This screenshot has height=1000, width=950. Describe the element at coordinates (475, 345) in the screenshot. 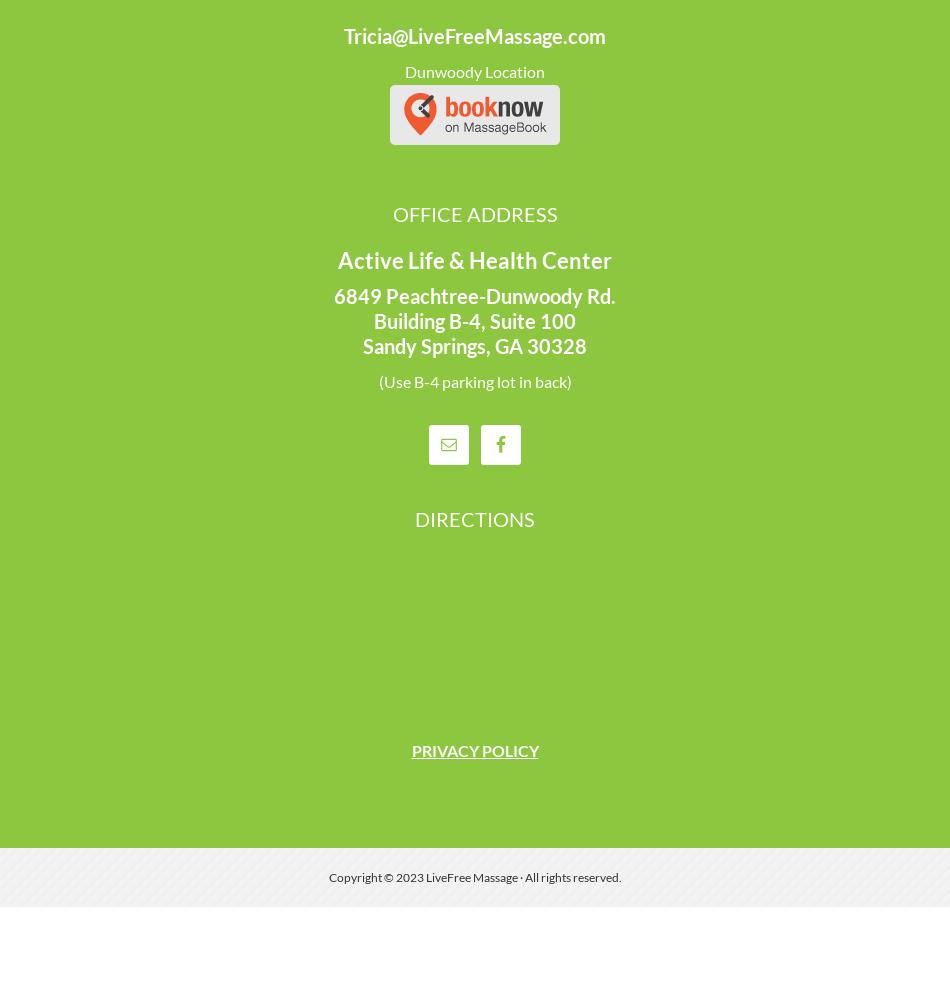

I see `'Sandy Springs, GA 30328'` at that location.